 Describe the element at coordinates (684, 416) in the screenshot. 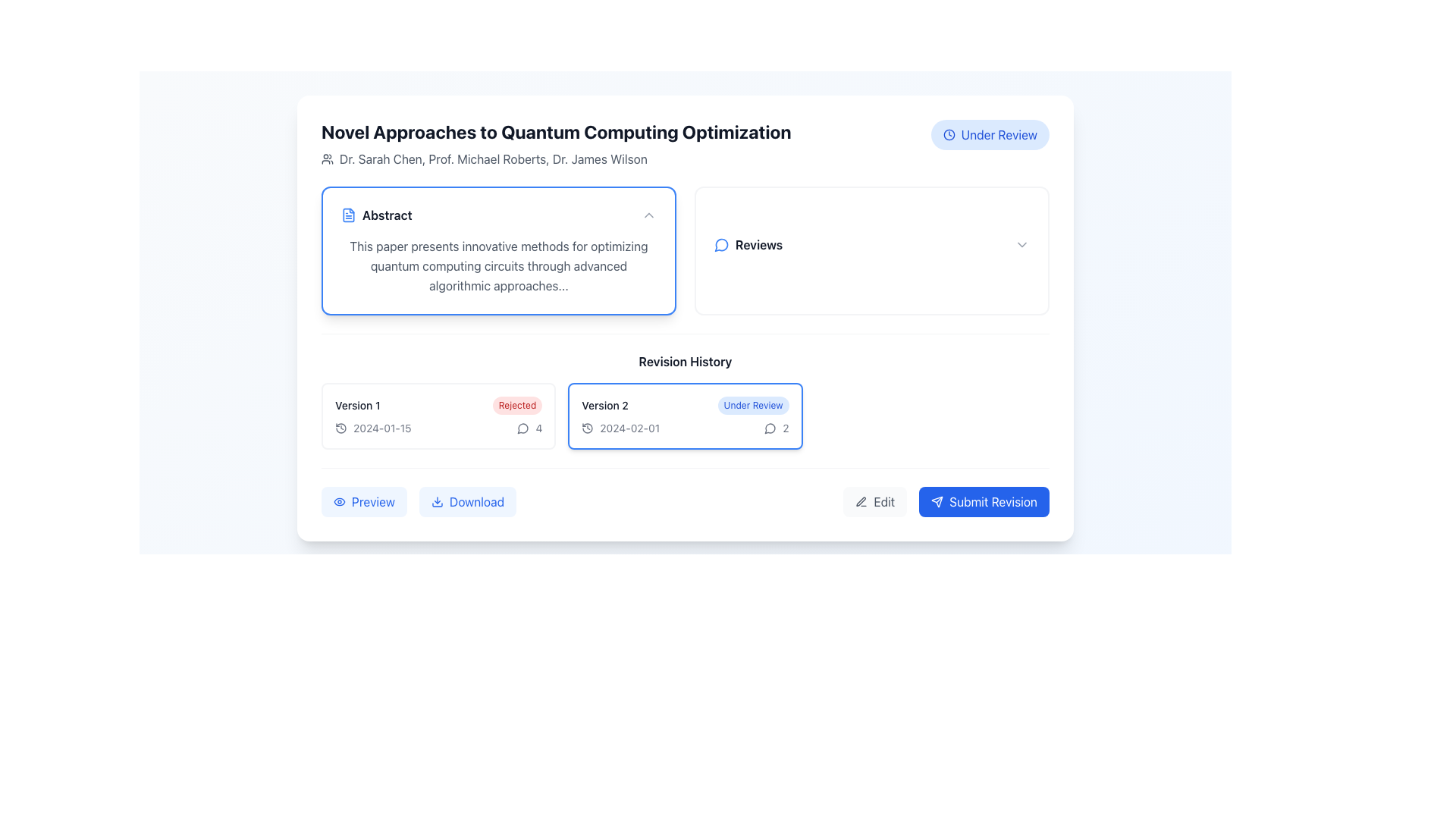

I see `the second version information card in the 'Revision History' section` at that location.